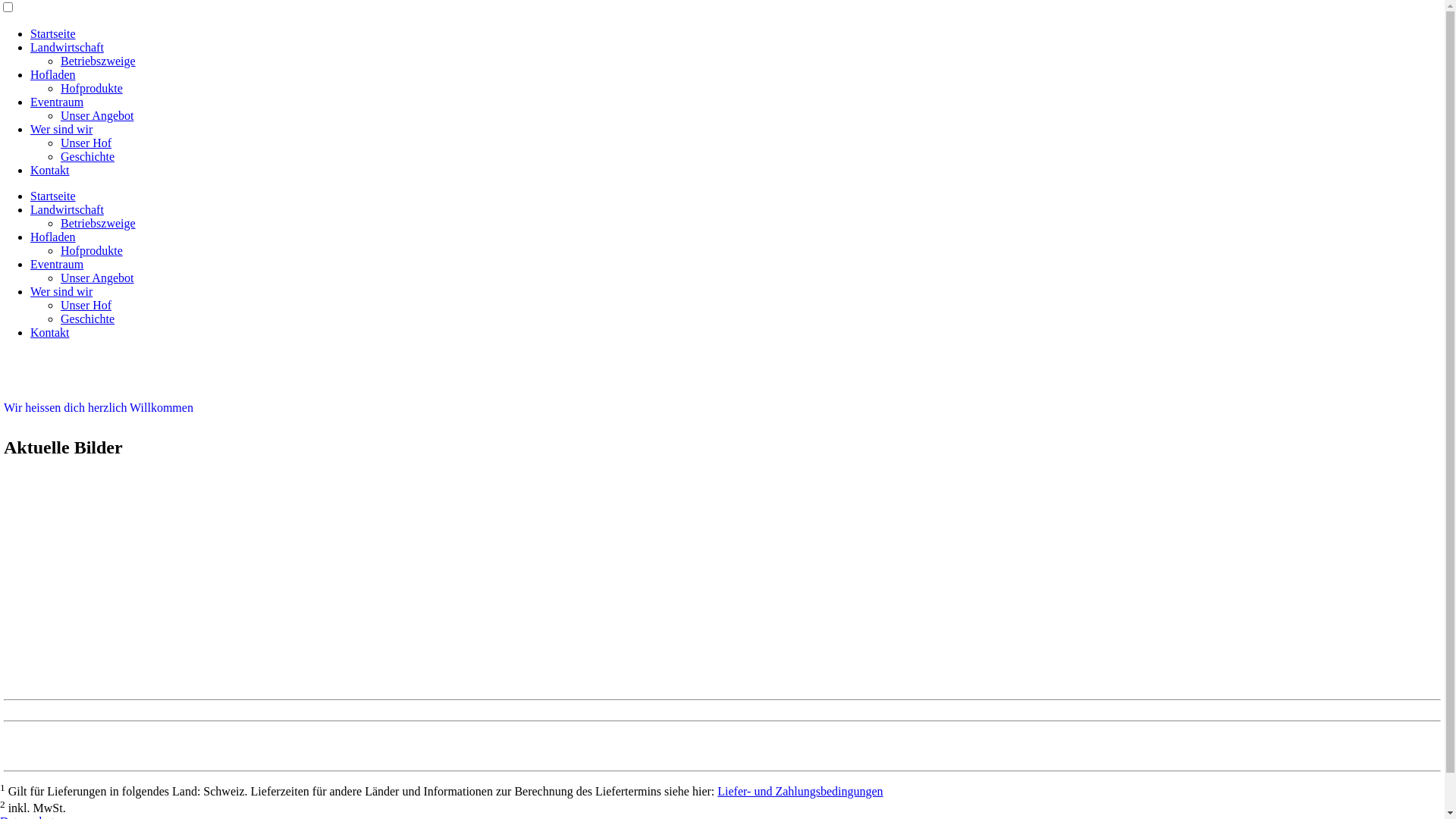 The height and width of the screenshot is (819, 1456). Describe the element at coordinates (61, 128) in the screenshot. I see `'Wer sind wir'` at that location.